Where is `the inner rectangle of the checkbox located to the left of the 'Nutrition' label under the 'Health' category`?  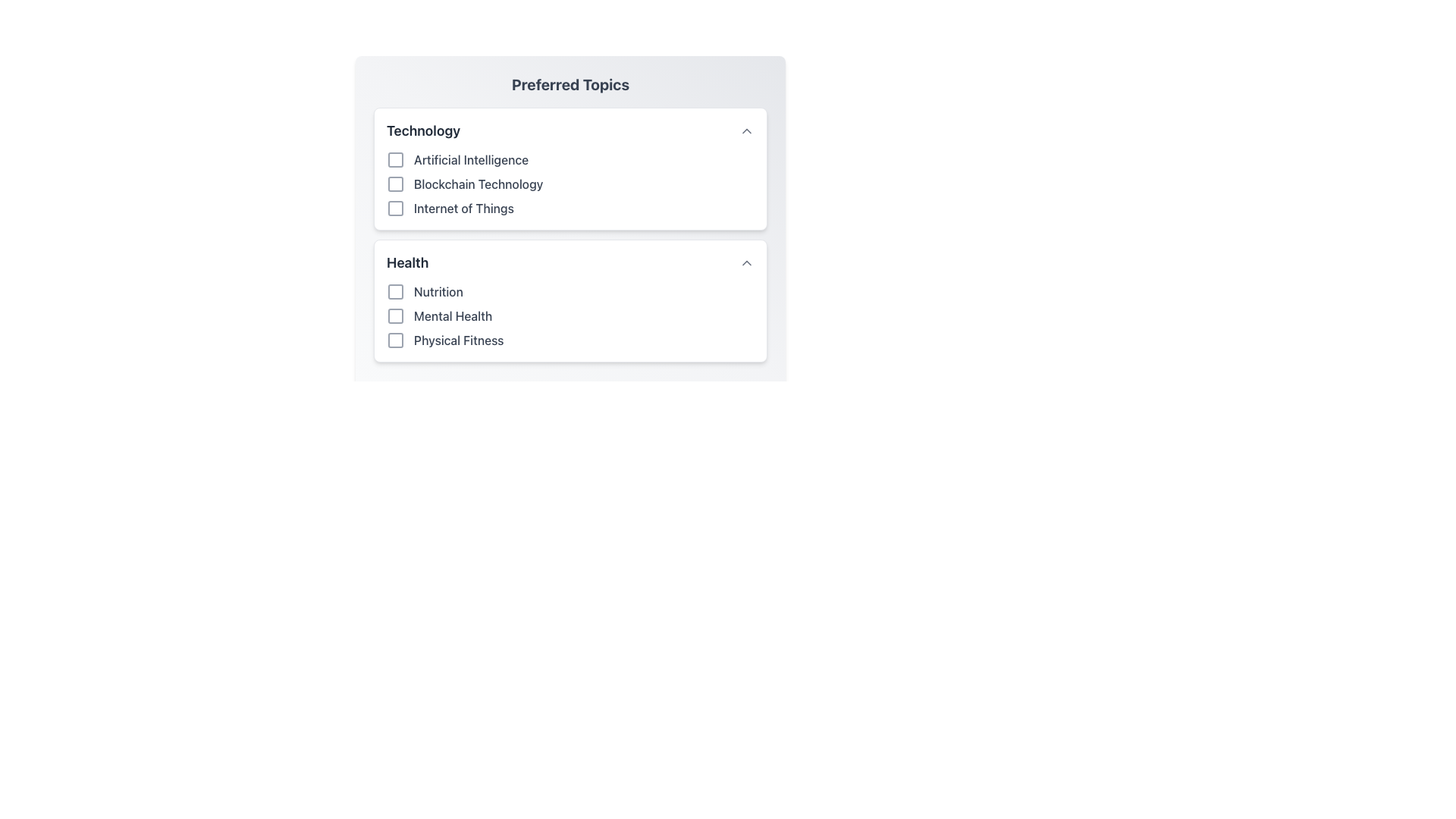
the inner rectangle of the checkbox located to the left of the 'Nutrition' label under the 'Health' category is located at coordinates (396, 292).